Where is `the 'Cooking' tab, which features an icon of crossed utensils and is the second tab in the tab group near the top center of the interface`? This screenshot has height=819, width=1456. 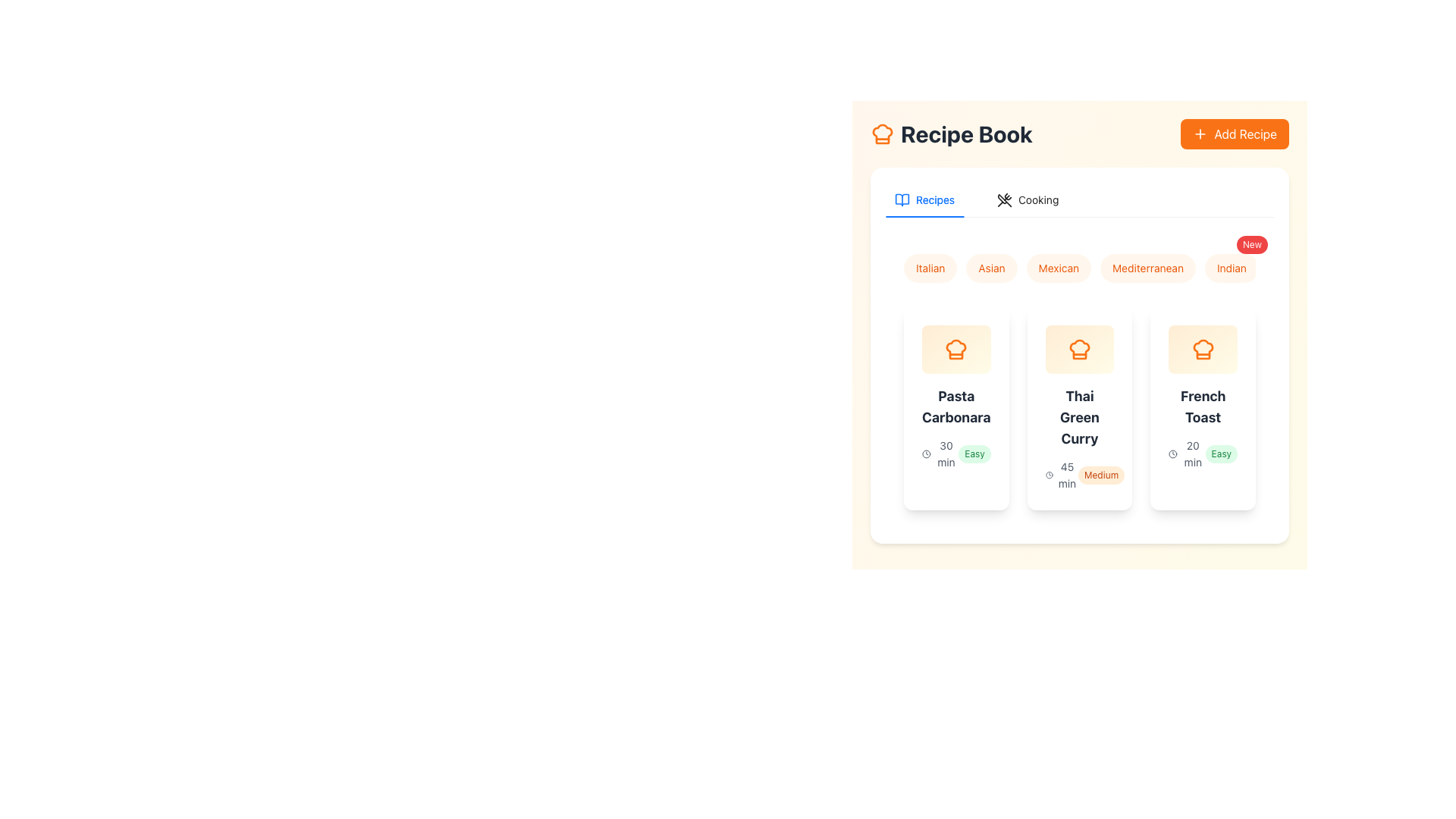
the 'Cooking' tab, which features an icon of crossed utensils and is the second tab in the tab group near the top center of the interface is located at coordinates (1028, 199).